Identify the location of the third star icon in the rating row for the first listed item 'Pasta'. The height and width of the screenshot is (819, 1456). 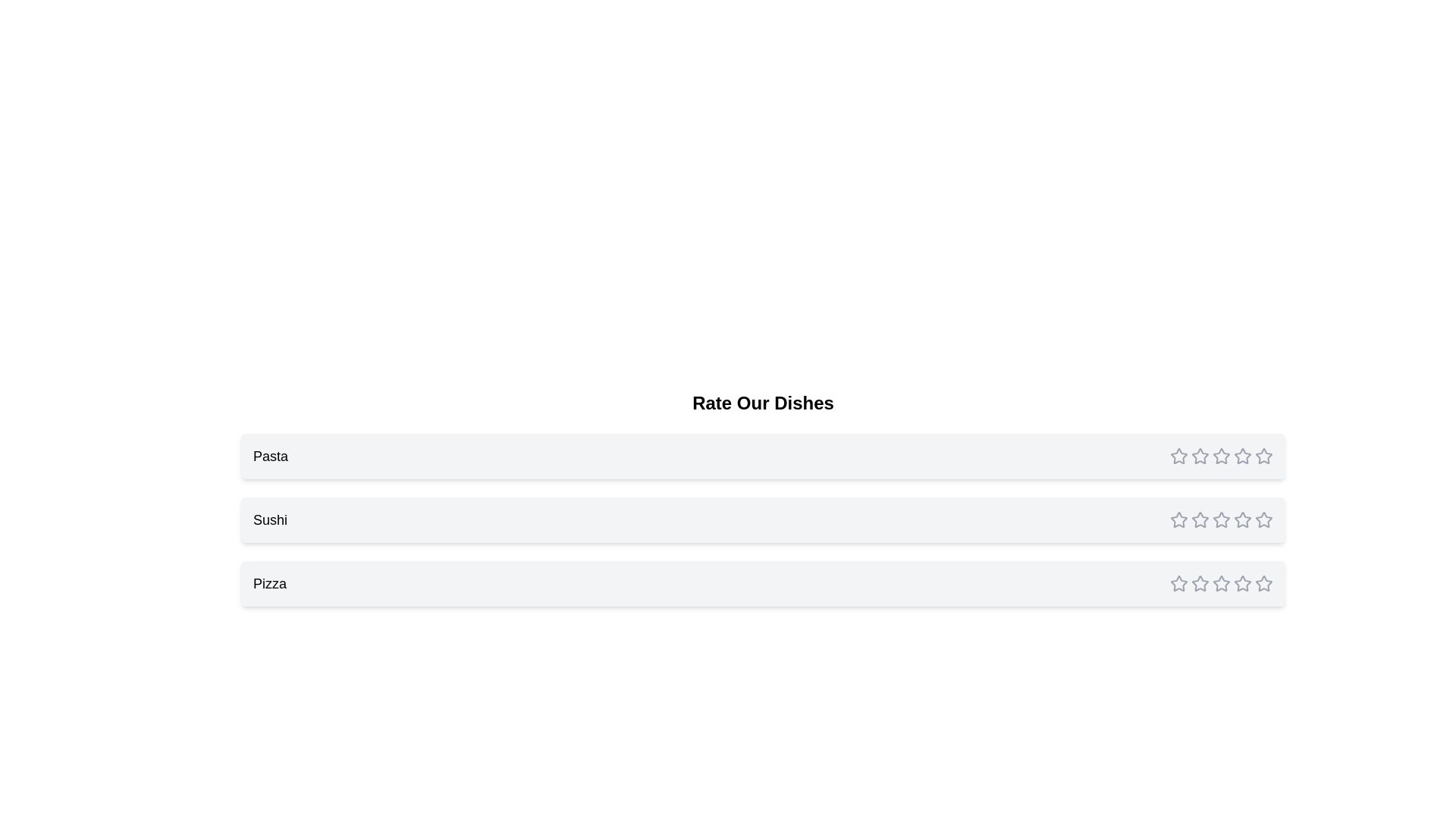
(1222, 455).